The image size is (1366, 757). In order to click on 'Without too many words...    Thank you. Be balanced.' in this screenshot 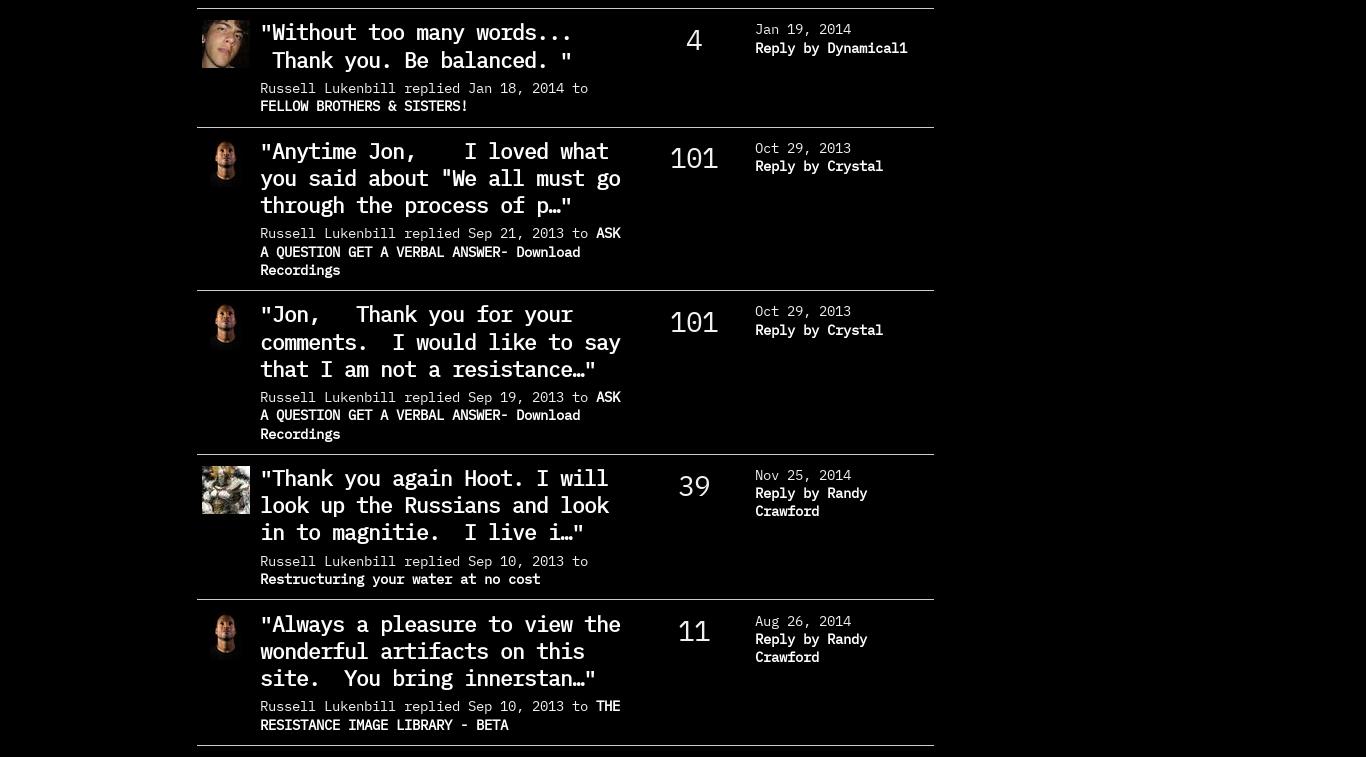, I will do `click(426, 44)`.